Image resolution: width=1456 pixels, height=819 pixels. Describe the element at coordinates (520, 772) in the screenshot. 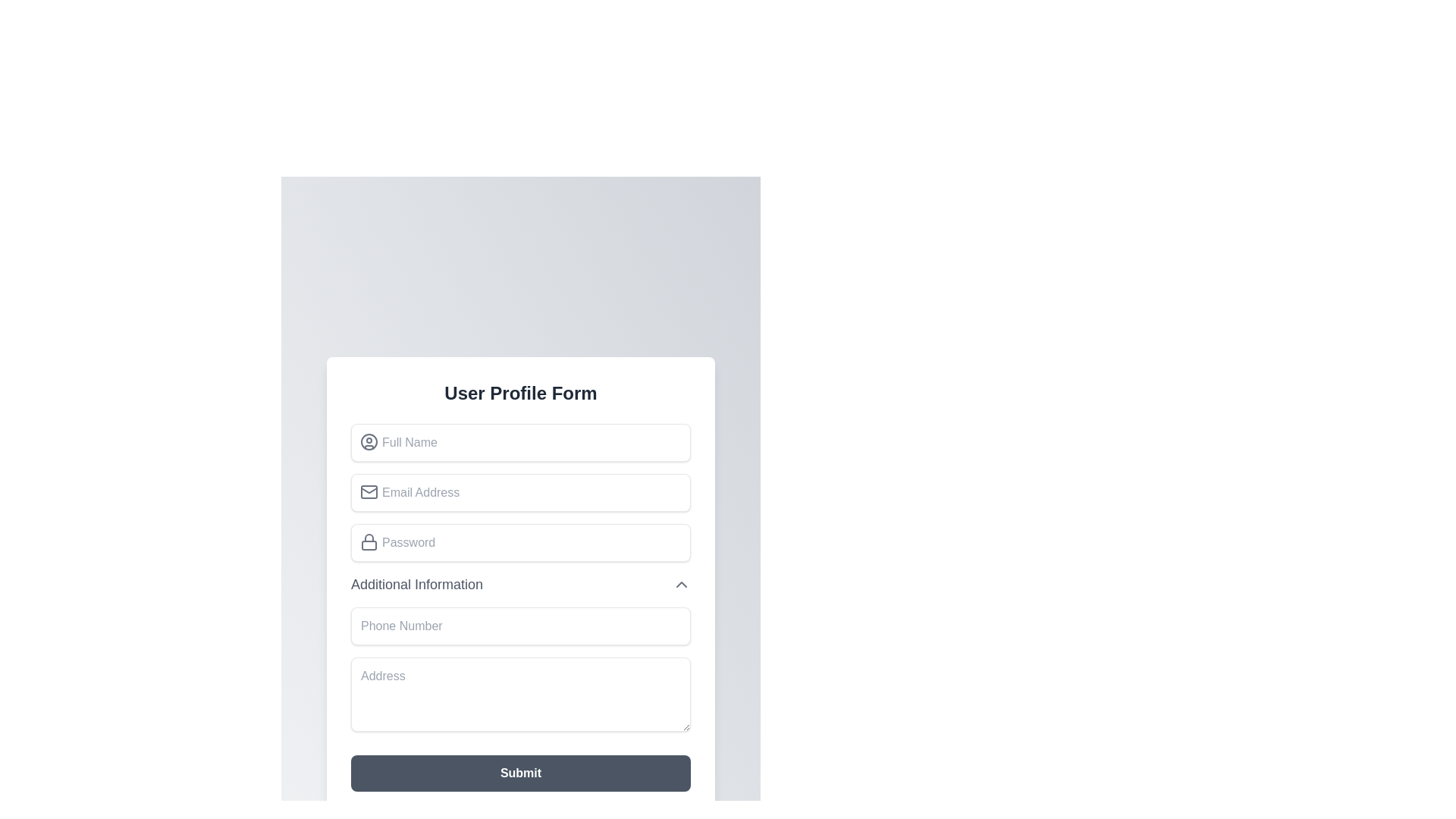

I see `the 'Submit' button, which is a rectangular button with rounded corners, dark gray color, and white text, located at the bottom of the form layout` at that location.